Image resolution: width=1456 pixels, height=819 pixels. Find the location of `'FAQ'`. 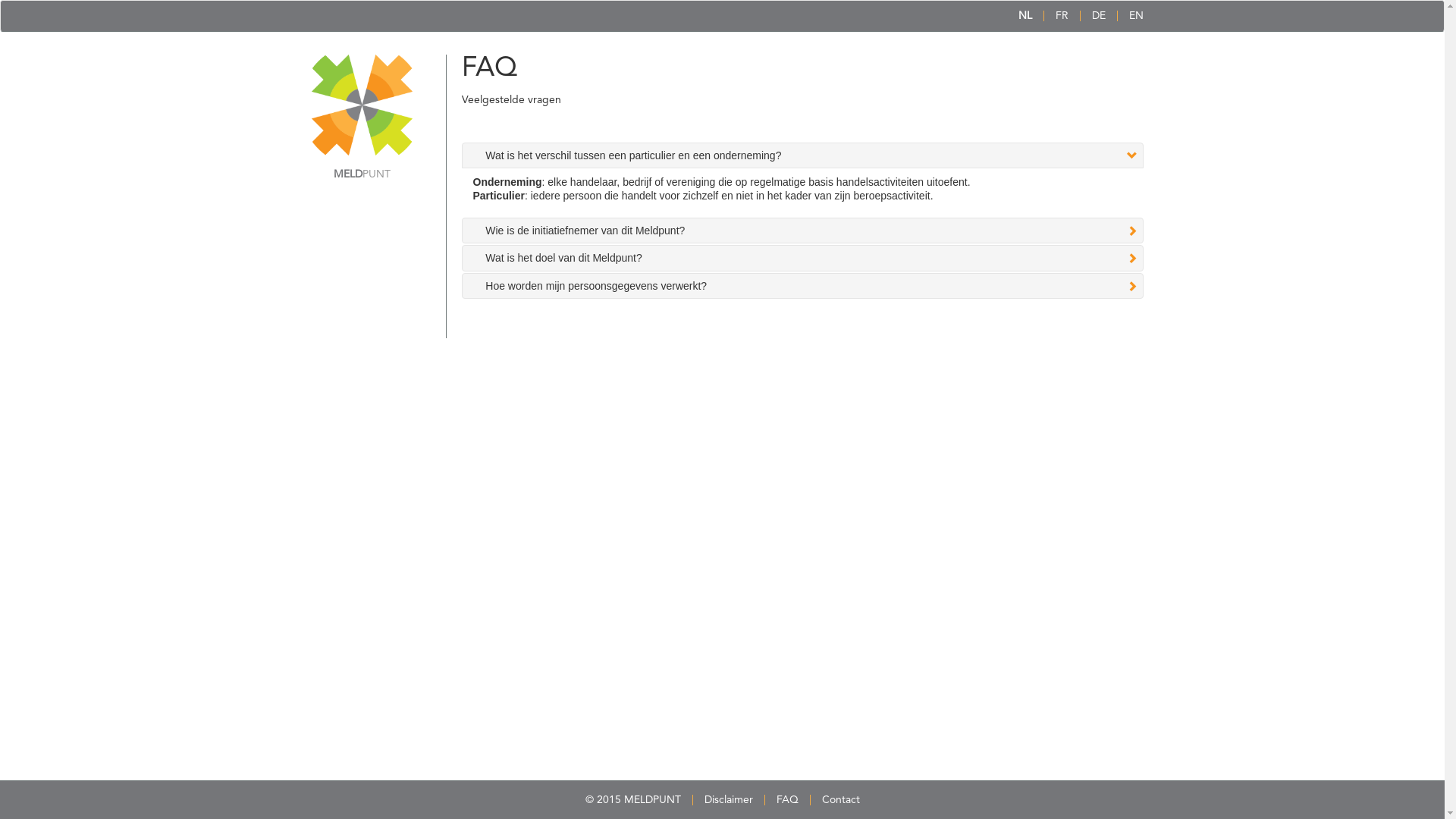

'FAQ' is located at coordinates (787, 799).